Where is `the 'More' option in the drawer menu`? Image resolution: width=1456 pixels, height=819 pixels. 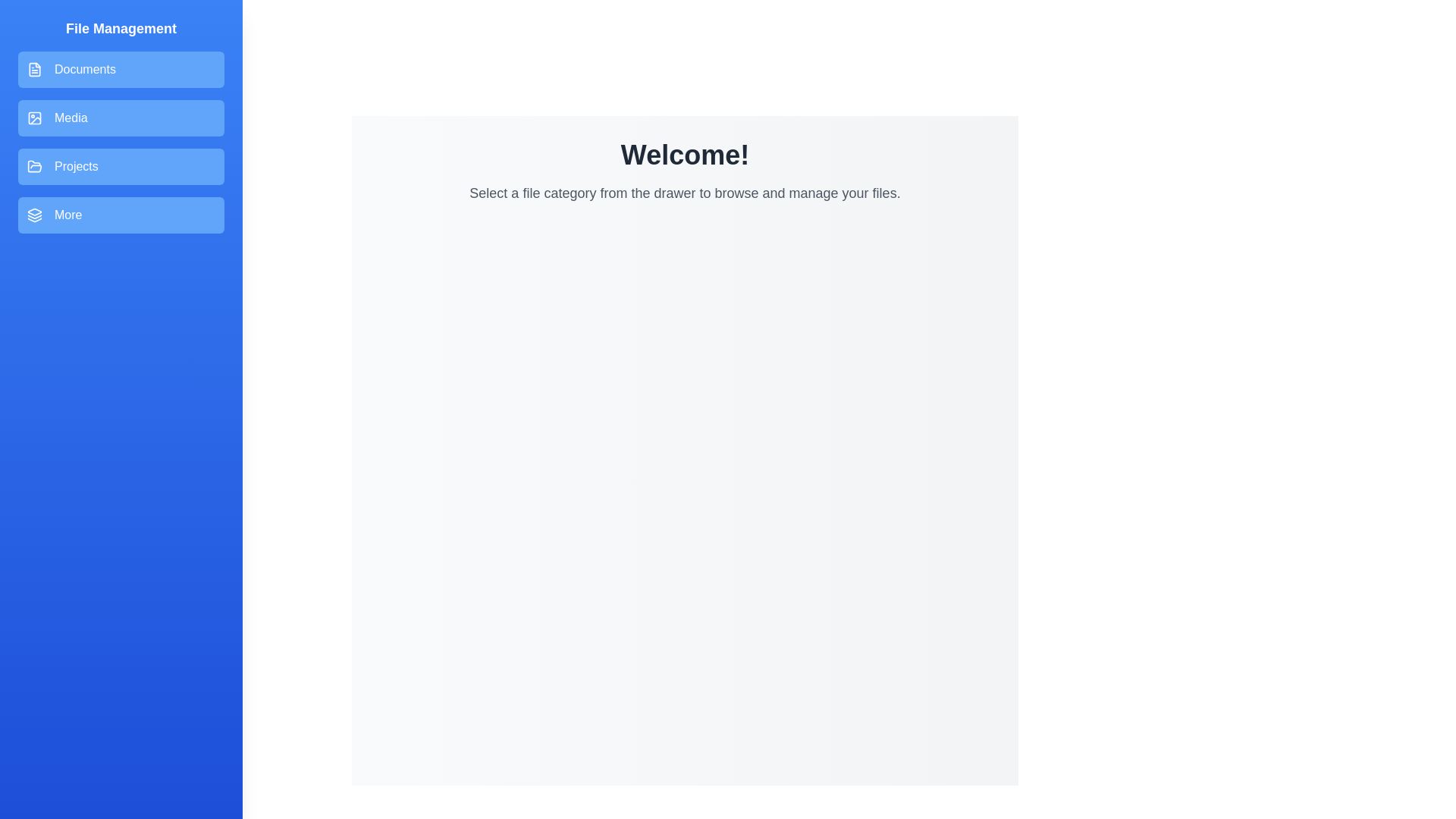
the 'More' option in the drawer menu is located at coordinates (120, 215).